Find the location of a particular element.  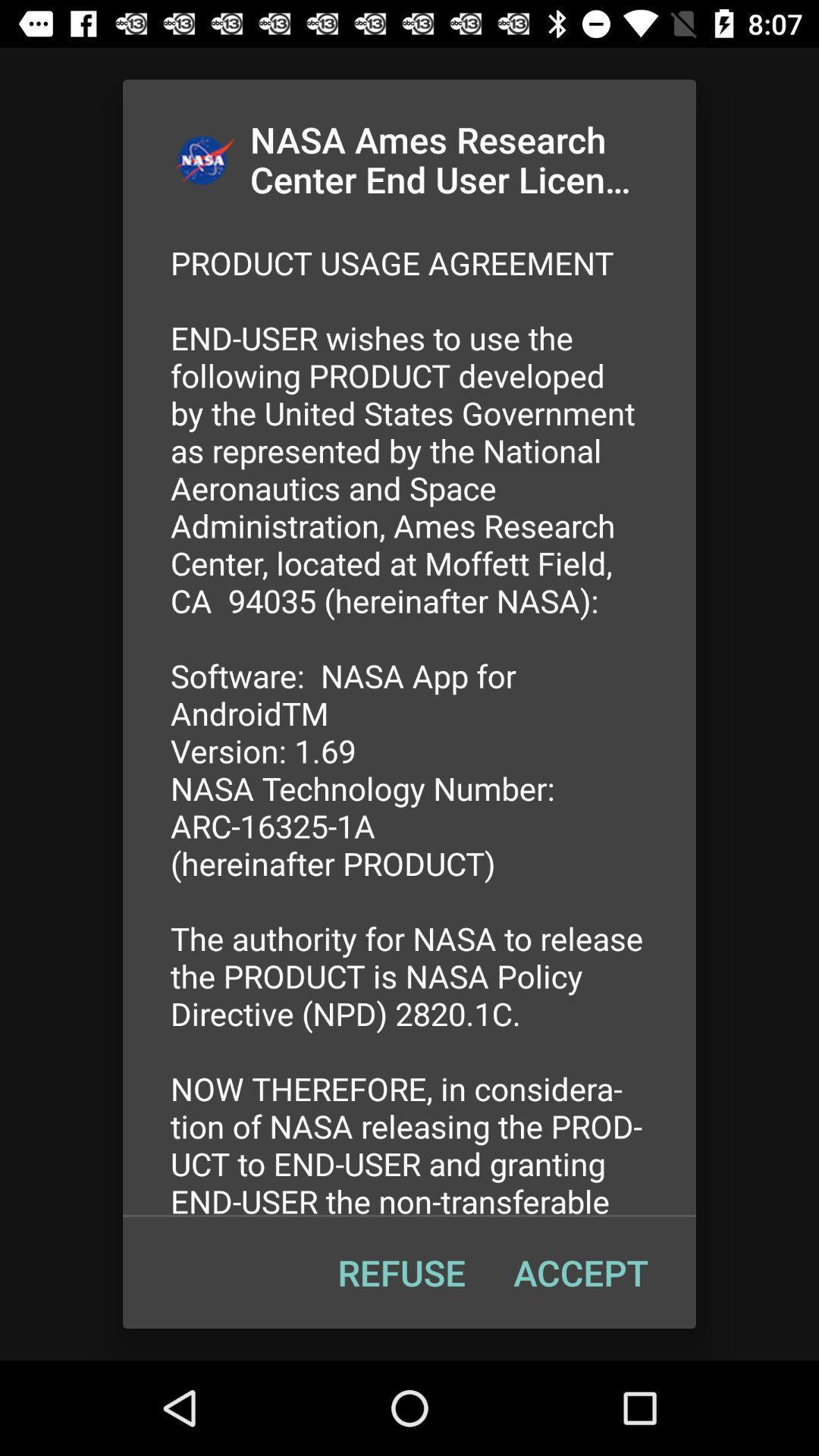

item at the bottom right corner is located at coordinates (580, 1272).